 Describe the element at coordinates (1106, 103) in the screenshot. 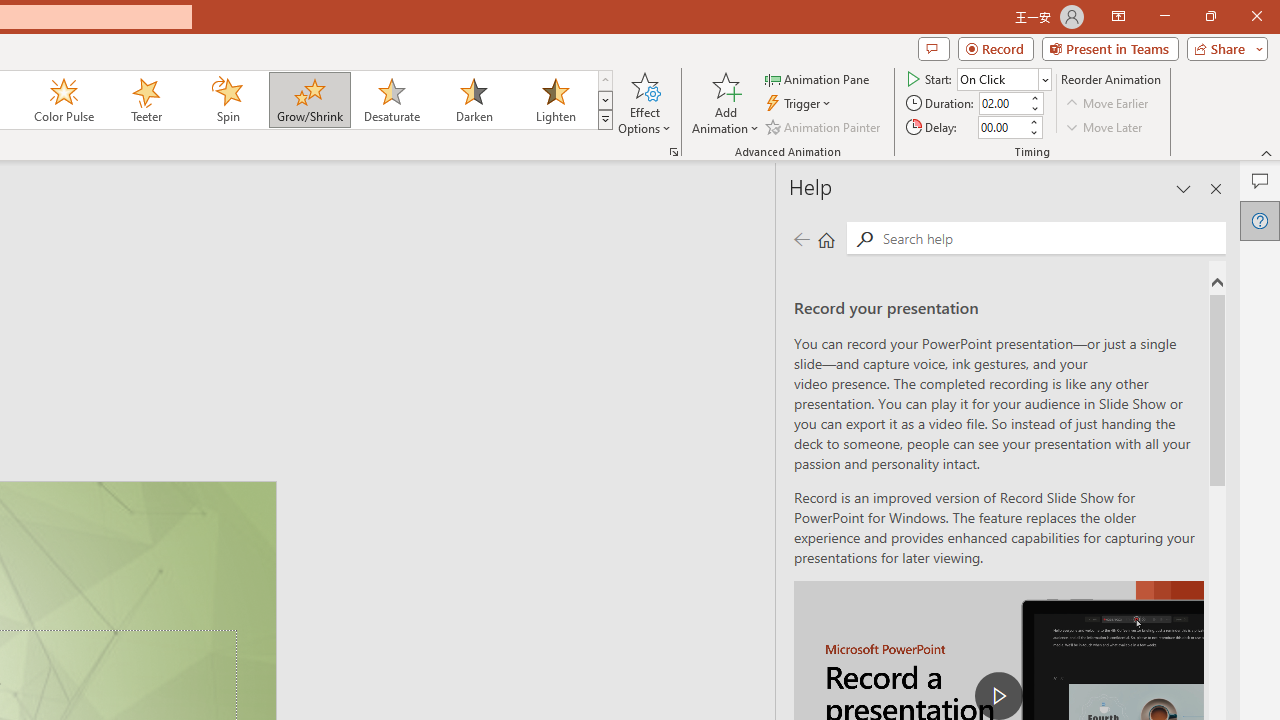

I see `'Move Earlier'` at that location.